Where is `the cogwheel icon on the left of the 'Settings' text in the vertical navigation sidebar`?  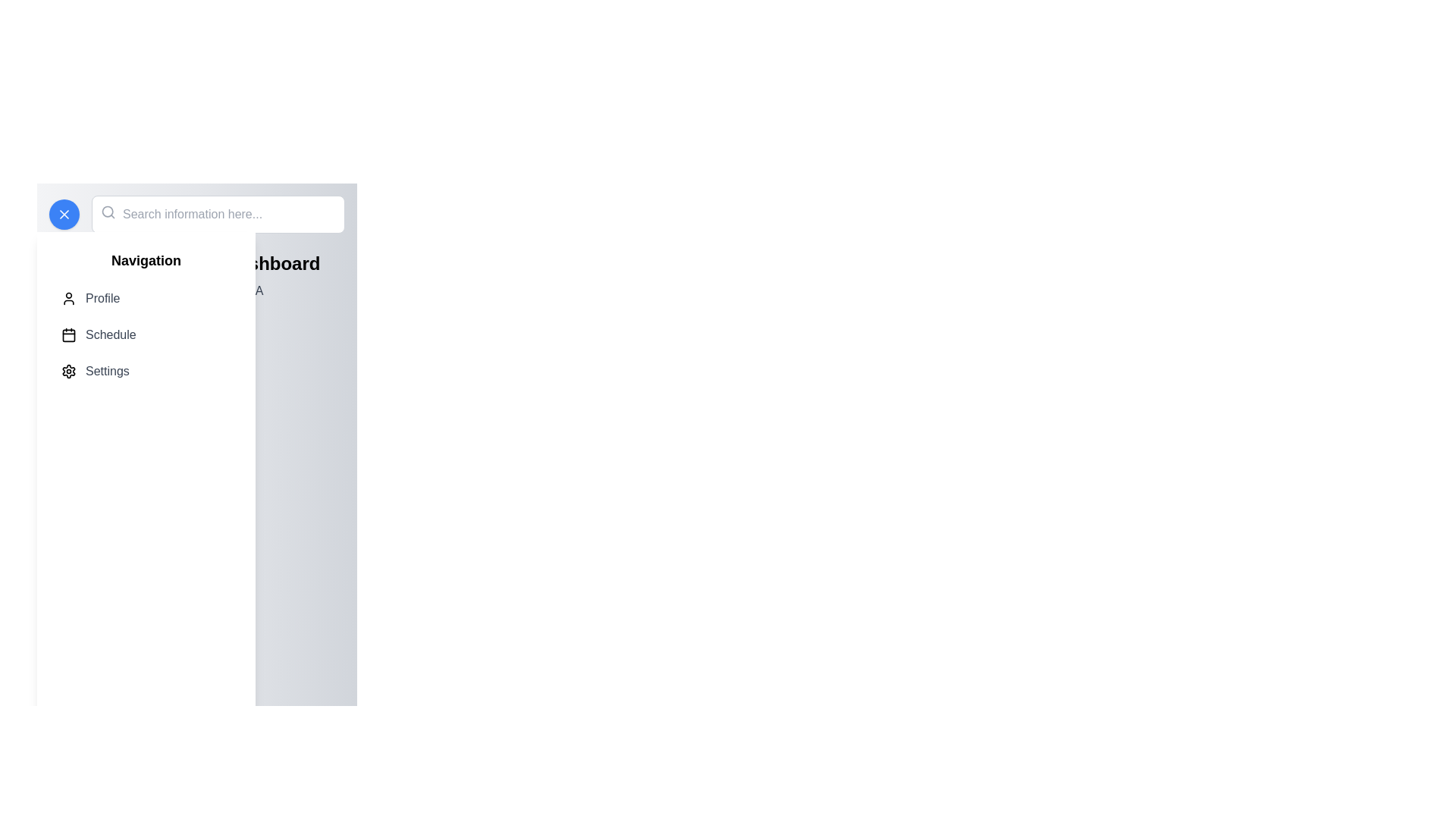 the cogwheel icon on the left of the 'Settings' text in the vertical navigation sidebar is located at coordinates (68, 371).